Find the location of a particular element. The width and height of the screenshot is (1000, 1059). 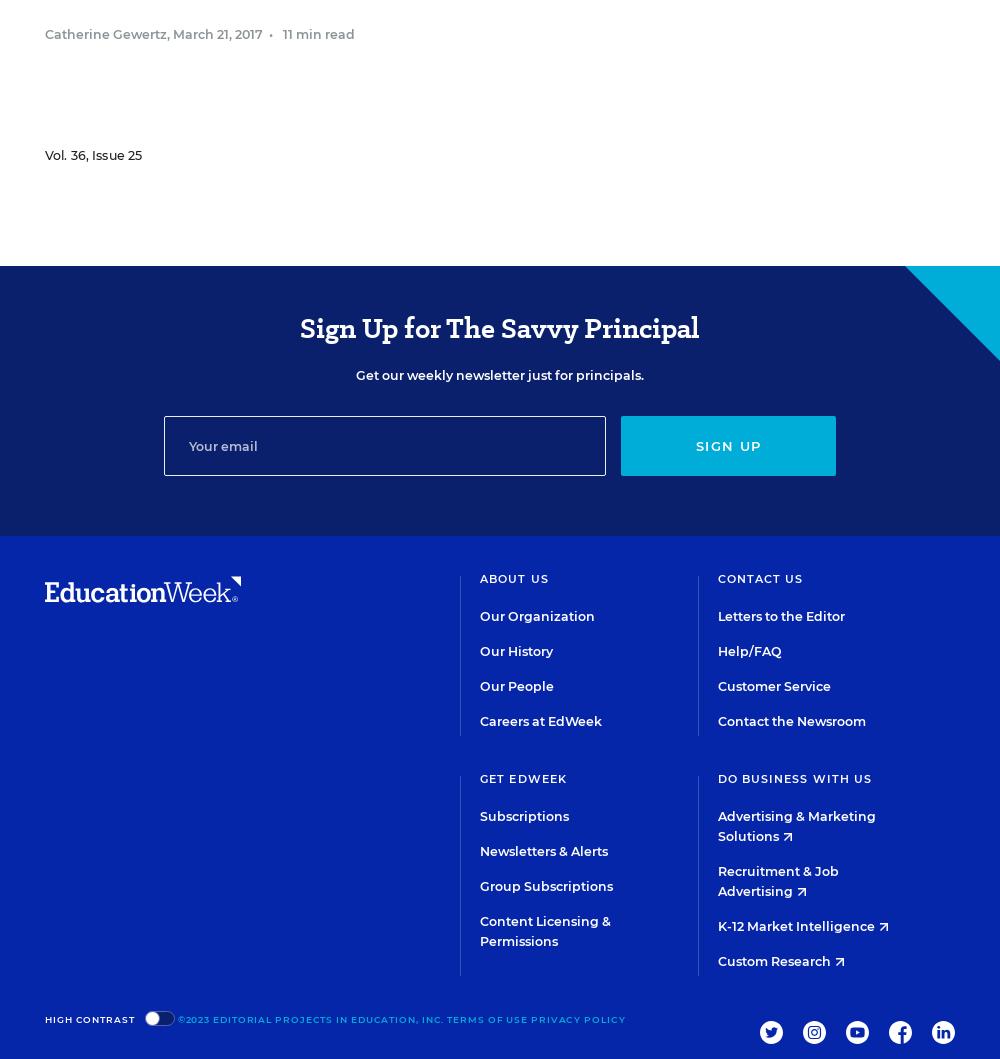

'Group Subscriptions' is located at coordinates (479, 886).